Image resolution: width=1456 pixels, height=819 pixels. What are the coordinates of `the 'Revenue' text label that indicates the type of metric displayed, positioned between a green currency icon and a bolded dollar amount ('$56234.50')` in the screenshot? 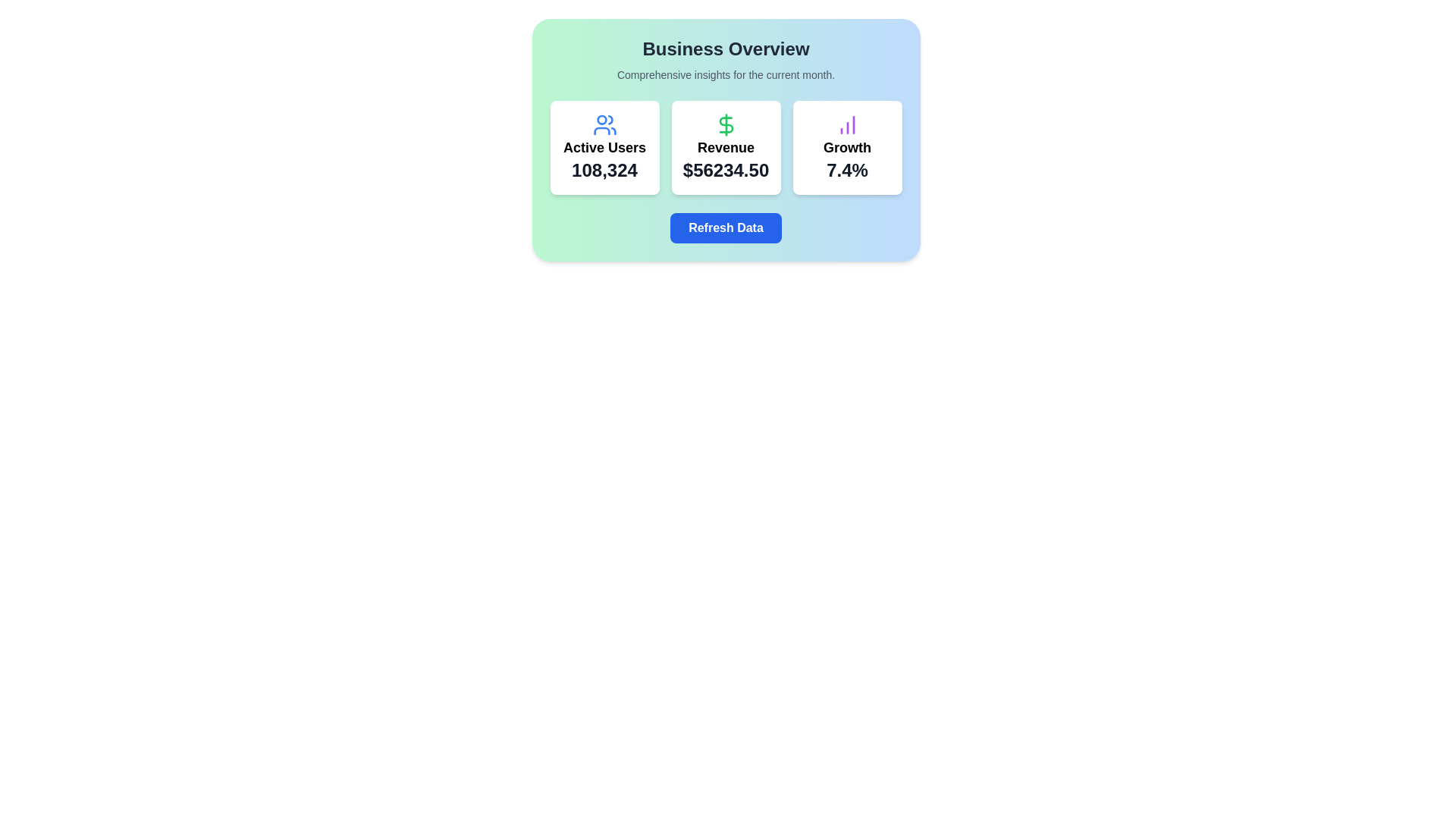 It's located at (725, 148).